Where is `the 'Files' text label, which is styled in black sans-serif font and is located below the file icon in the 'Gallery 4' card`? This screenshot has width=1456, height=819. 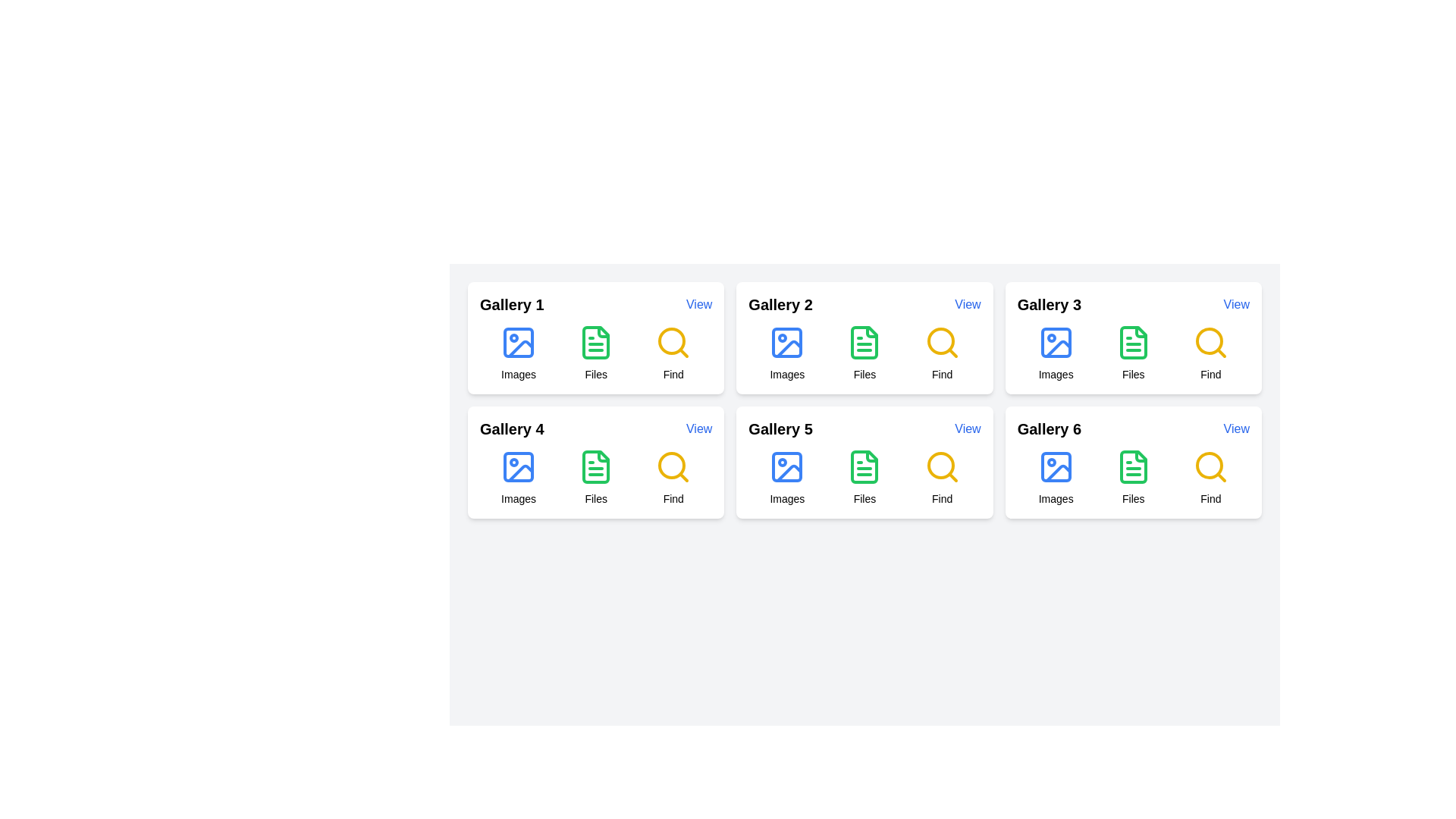
the 'Files' text label, which is styled in black sans-serif font and is located below the file icon in the 'Gallery 4' card is located at coordinates (595, 499).